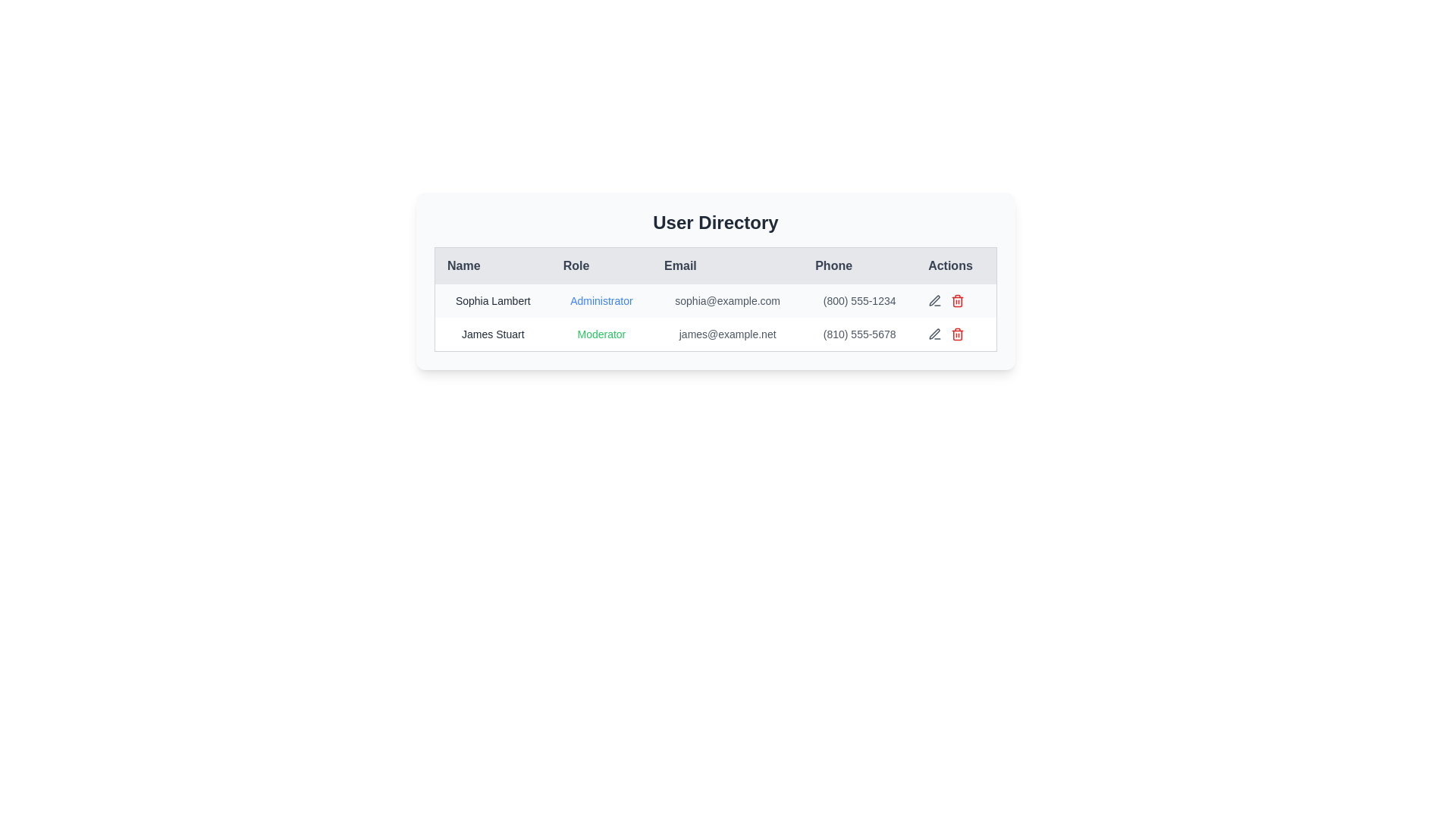 The height and width of the screenshot is (819, 1456). Describe the element at coordinates (493, 301) in the screenshot. I see `the text label displaying 'Sophia Lambert', which is the first item in the 'Name' column of the user directory table` at that location.